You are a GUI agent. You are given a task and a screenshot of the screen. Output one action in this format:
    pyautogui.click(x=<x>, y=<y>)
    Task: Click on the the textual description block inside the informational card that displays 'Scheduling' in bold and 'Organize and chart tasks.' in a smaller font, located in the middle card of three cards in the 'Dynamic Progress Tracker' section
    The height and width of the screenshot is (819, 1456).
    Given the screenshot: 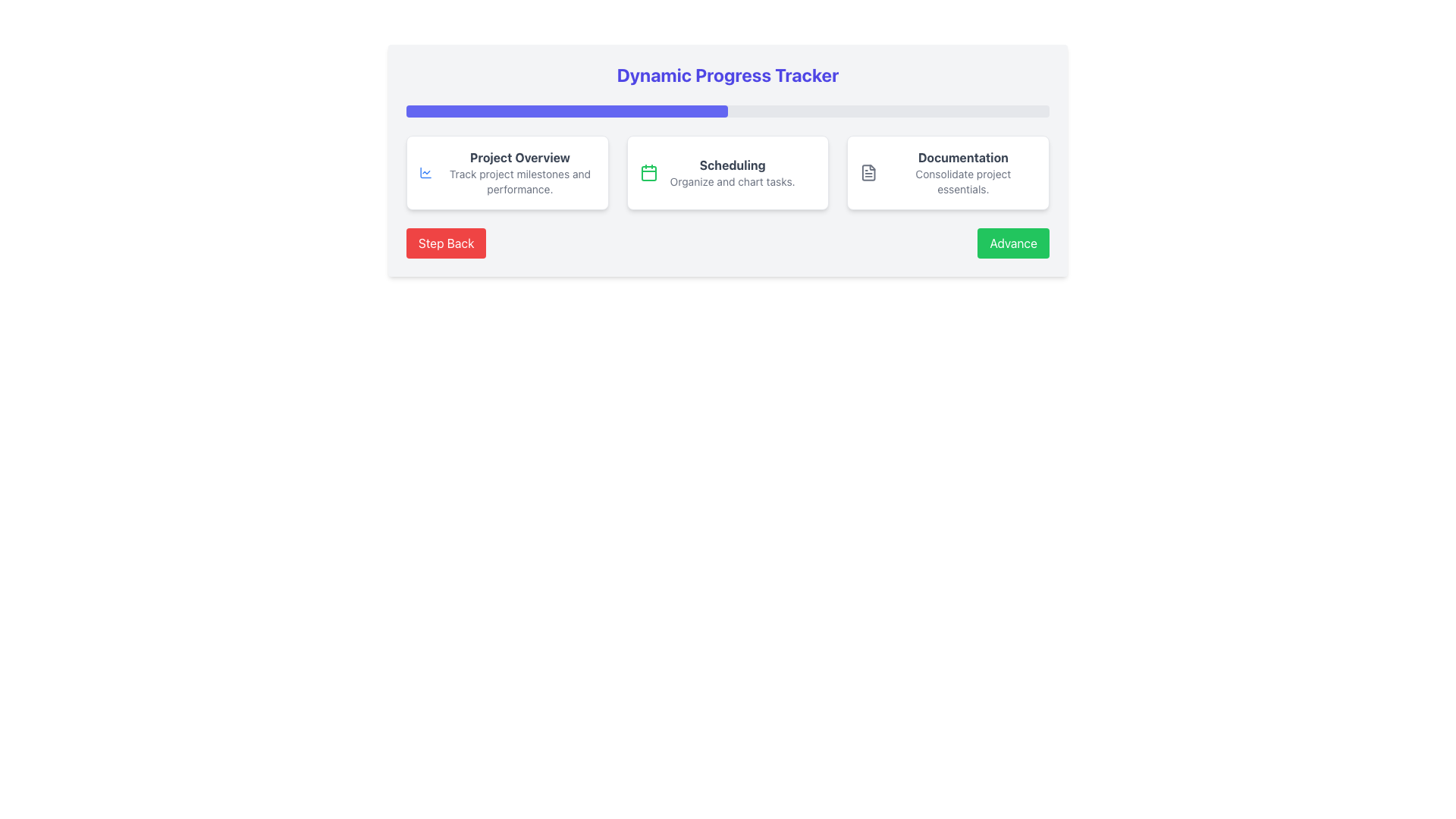 What is the action you would take?
    pyautogui.click(x=733, y=171)
    